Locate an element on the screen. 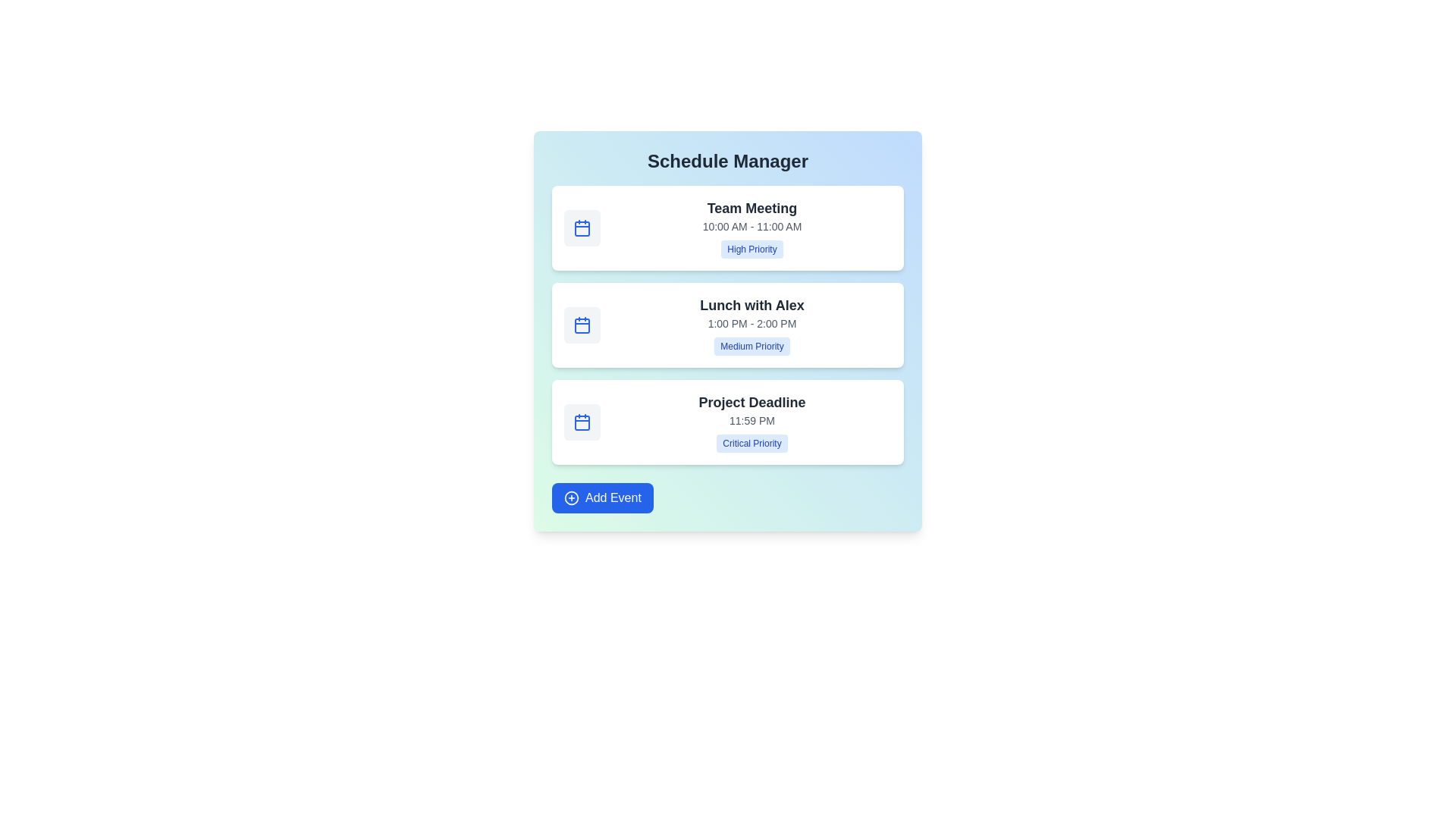  the priority label Critical Priority to focus on it is located at coordinates (752, 444).